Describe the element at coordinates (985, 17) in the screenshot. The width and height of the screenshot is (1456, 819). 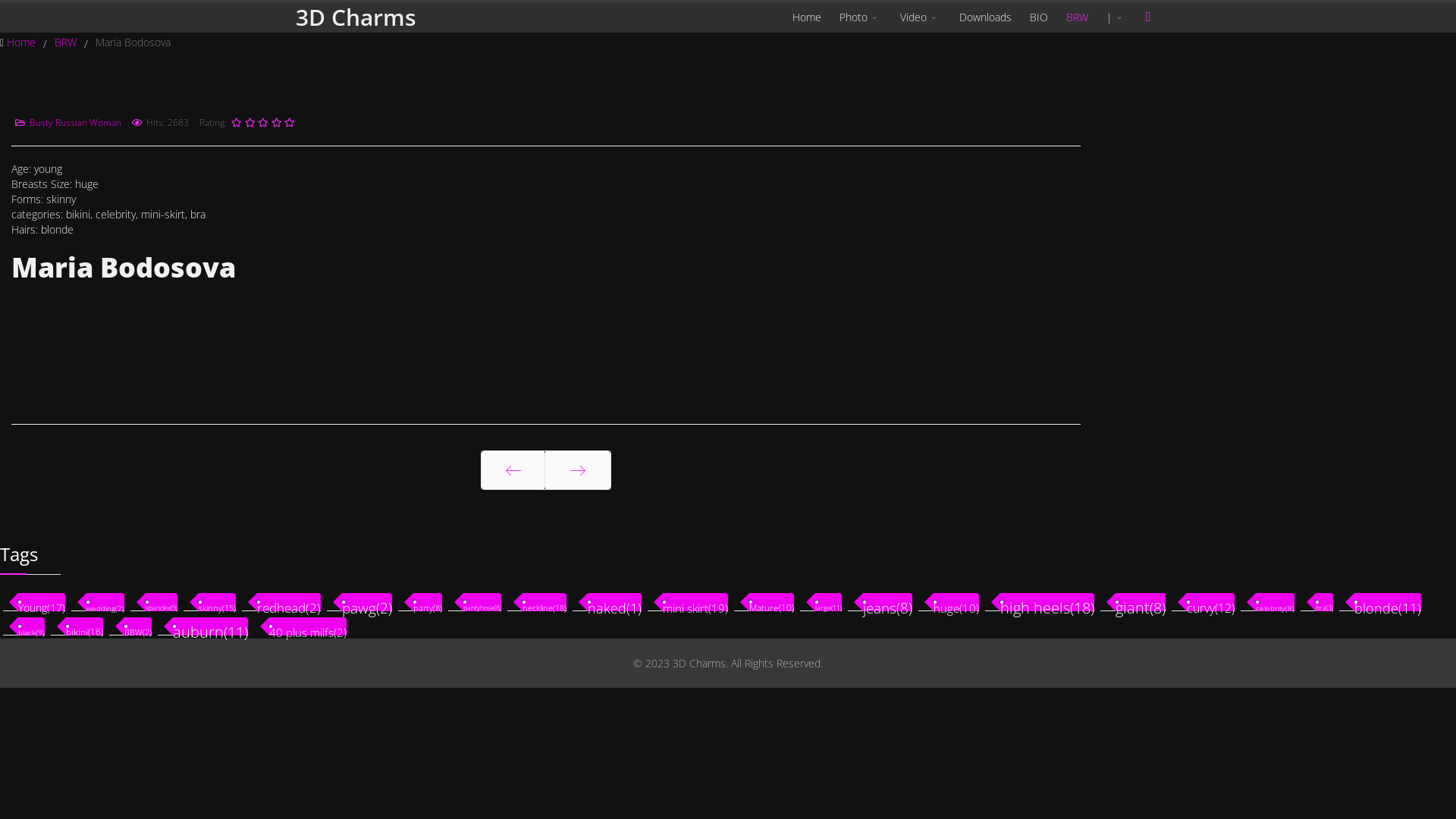
I see `'Downloads'` at that location.